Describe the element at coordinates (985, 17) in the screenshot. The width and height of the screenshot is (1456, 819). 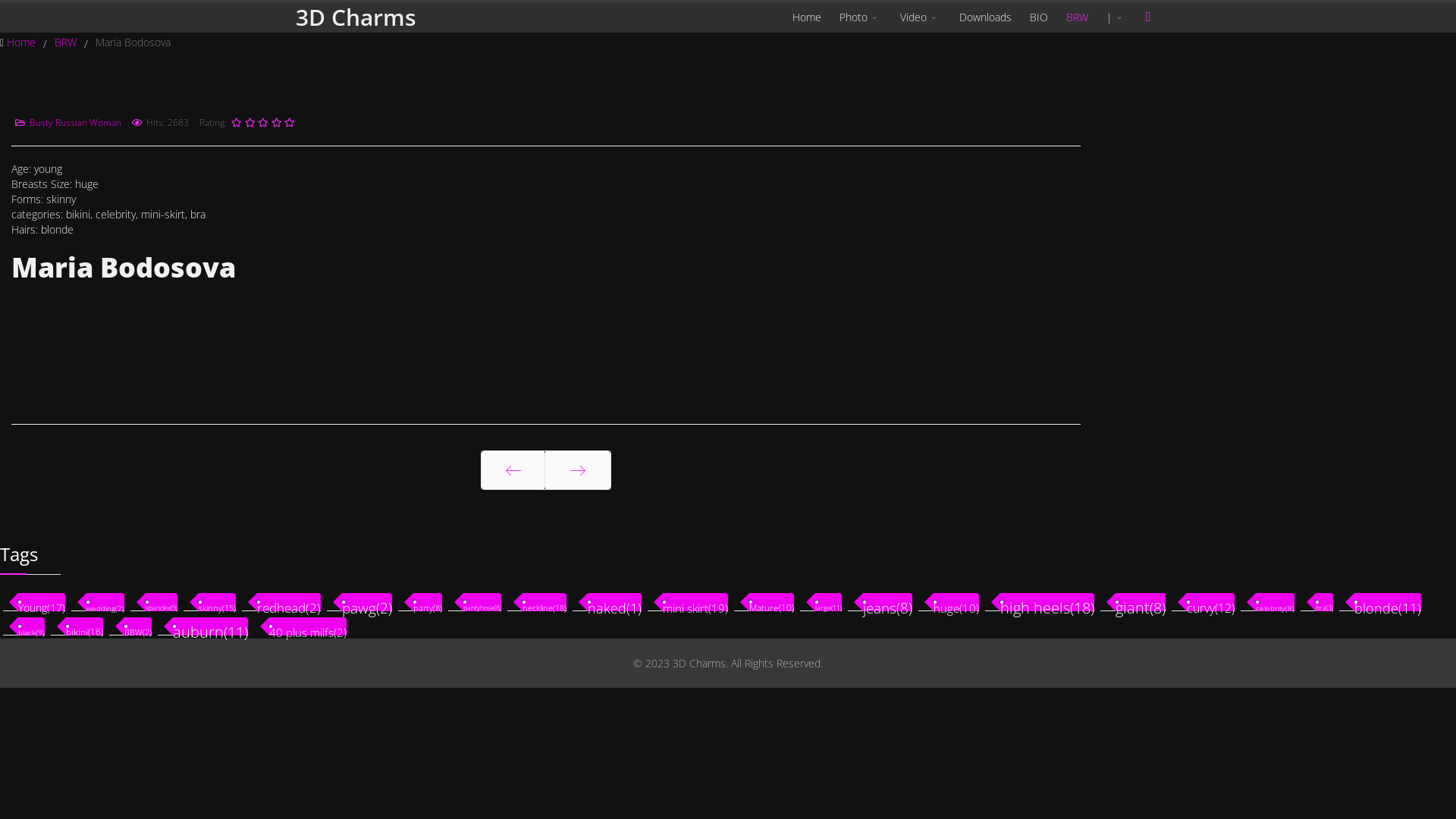
I see `'Downloads'` at that location.